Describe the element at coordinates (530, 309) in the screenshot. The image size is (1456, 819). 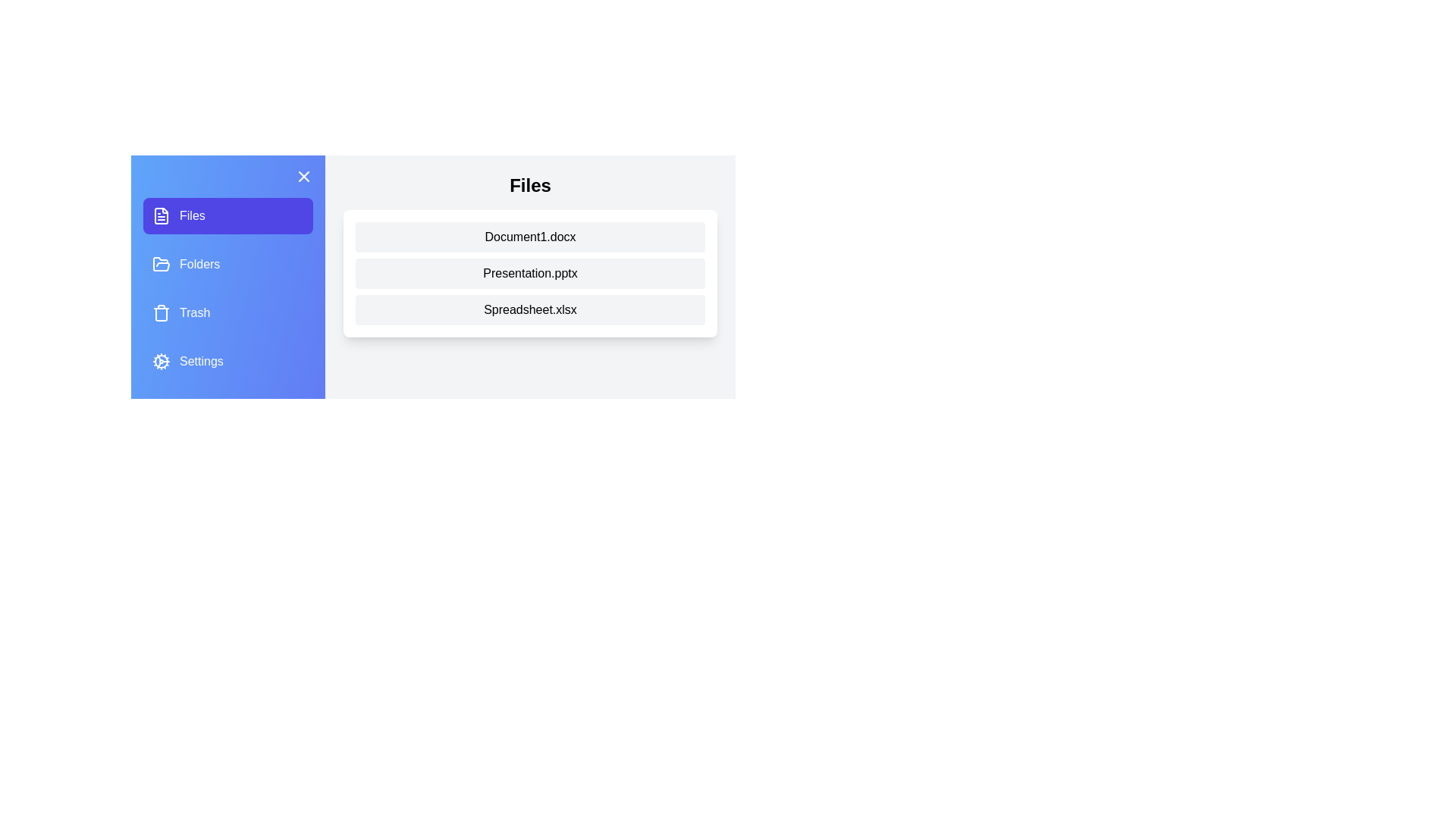
I see `the file named Spreadsheet.xlsx from the file list` at that location.